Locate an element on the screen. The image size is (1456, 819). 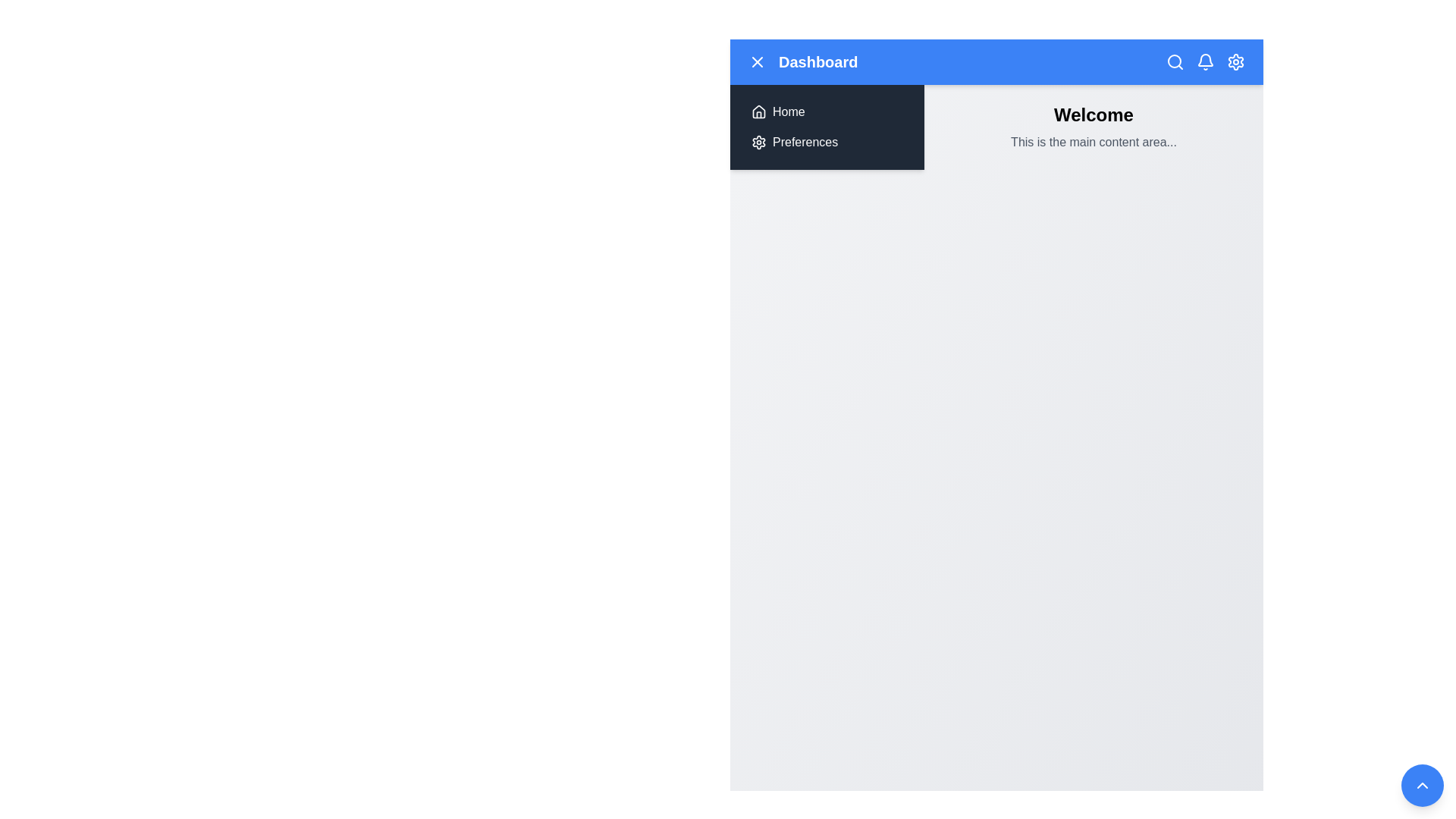
the 'Preferences' menu item located in the left-hand navigation panel, styled with a dark background and white text, positioned directly below 'Home' is located at coordinates (826, 143).